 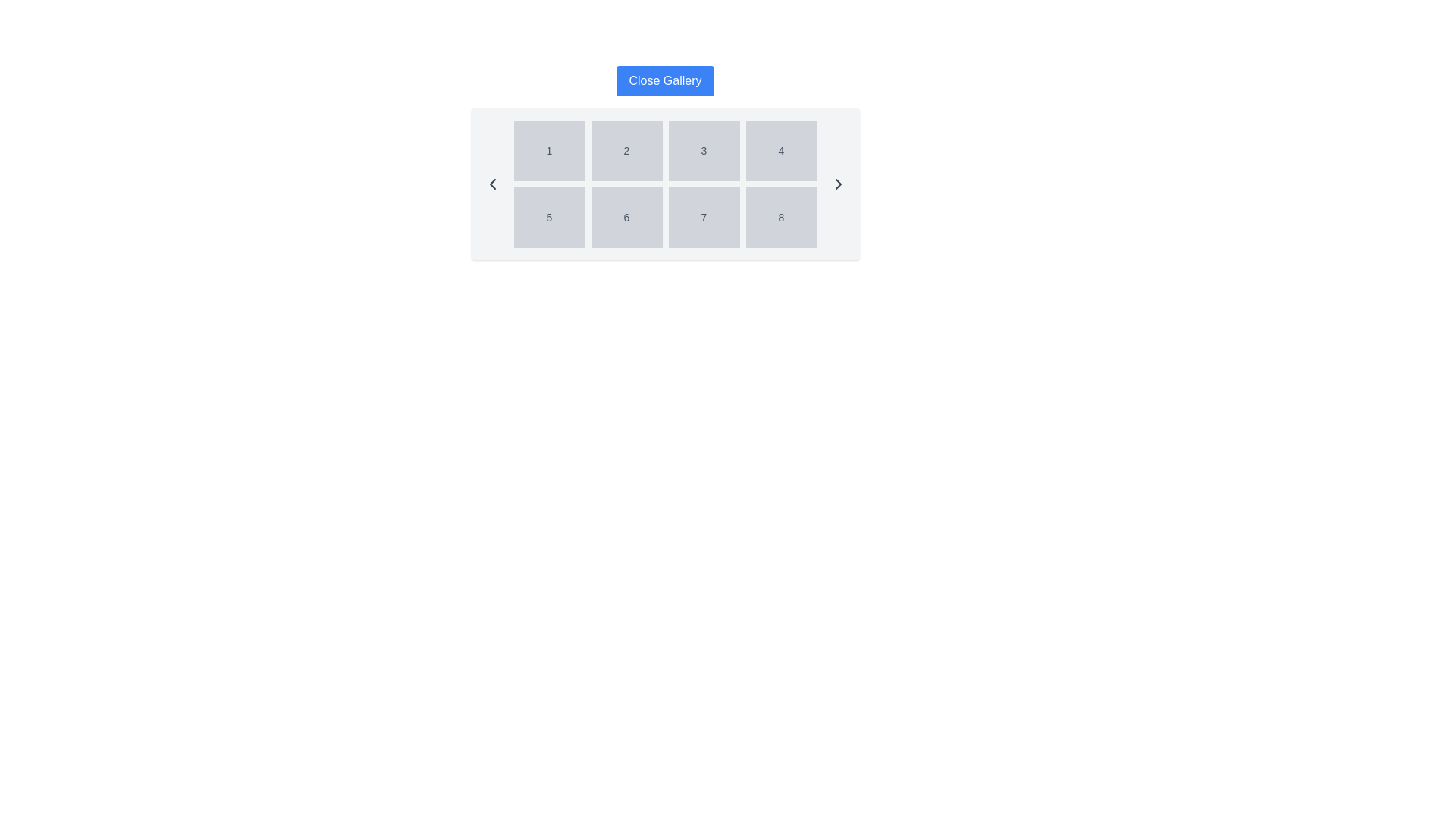 What do you see at coordinates (703, 151) in the screenshot?
I see `the button labeled '3', which is positioned in the first row and third column of a 2x4 grid layout` at bounding box center [703, 151].